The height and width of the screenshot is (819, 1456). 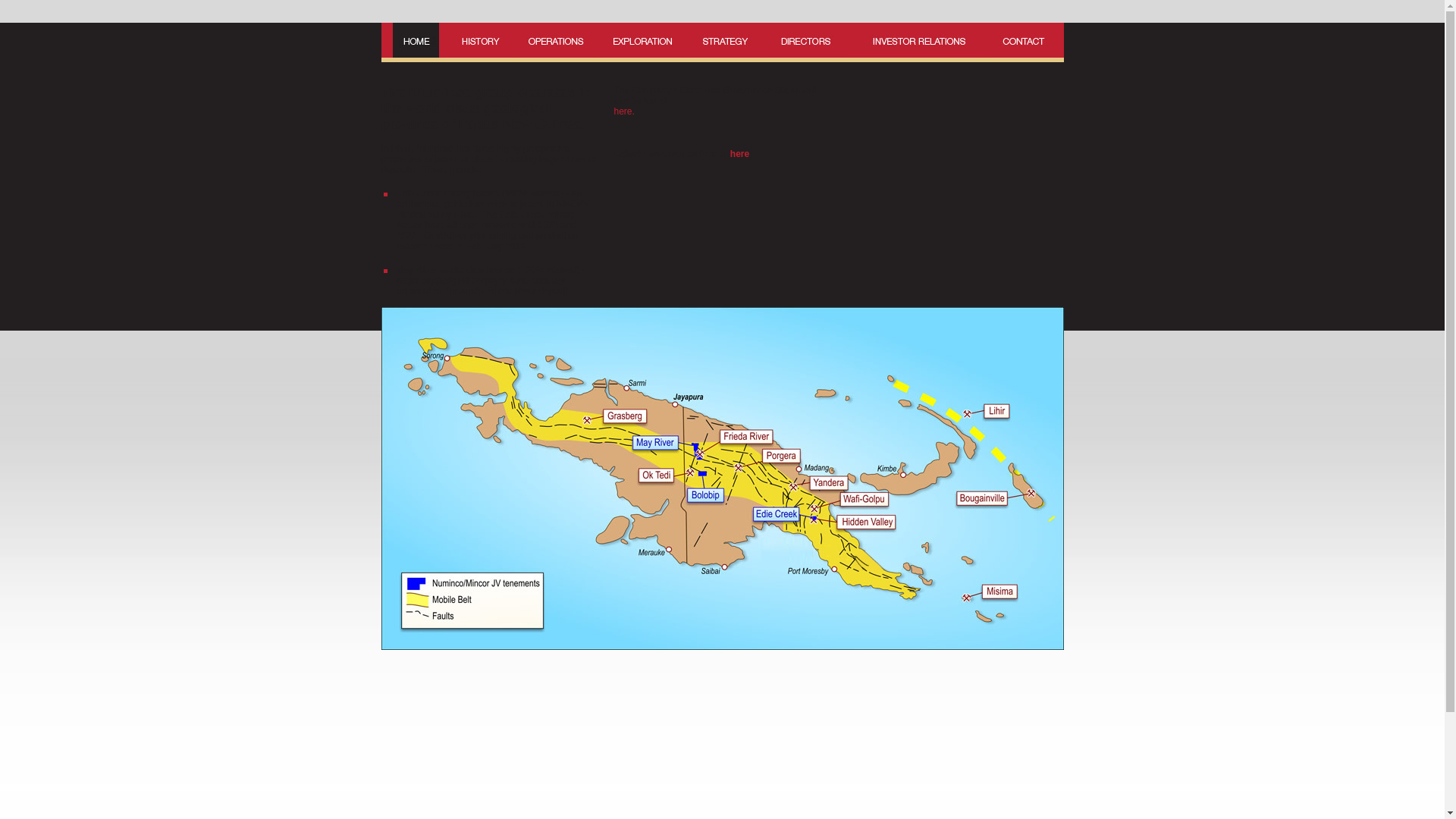 I want to click on ' ', so click(x=615, y=121).